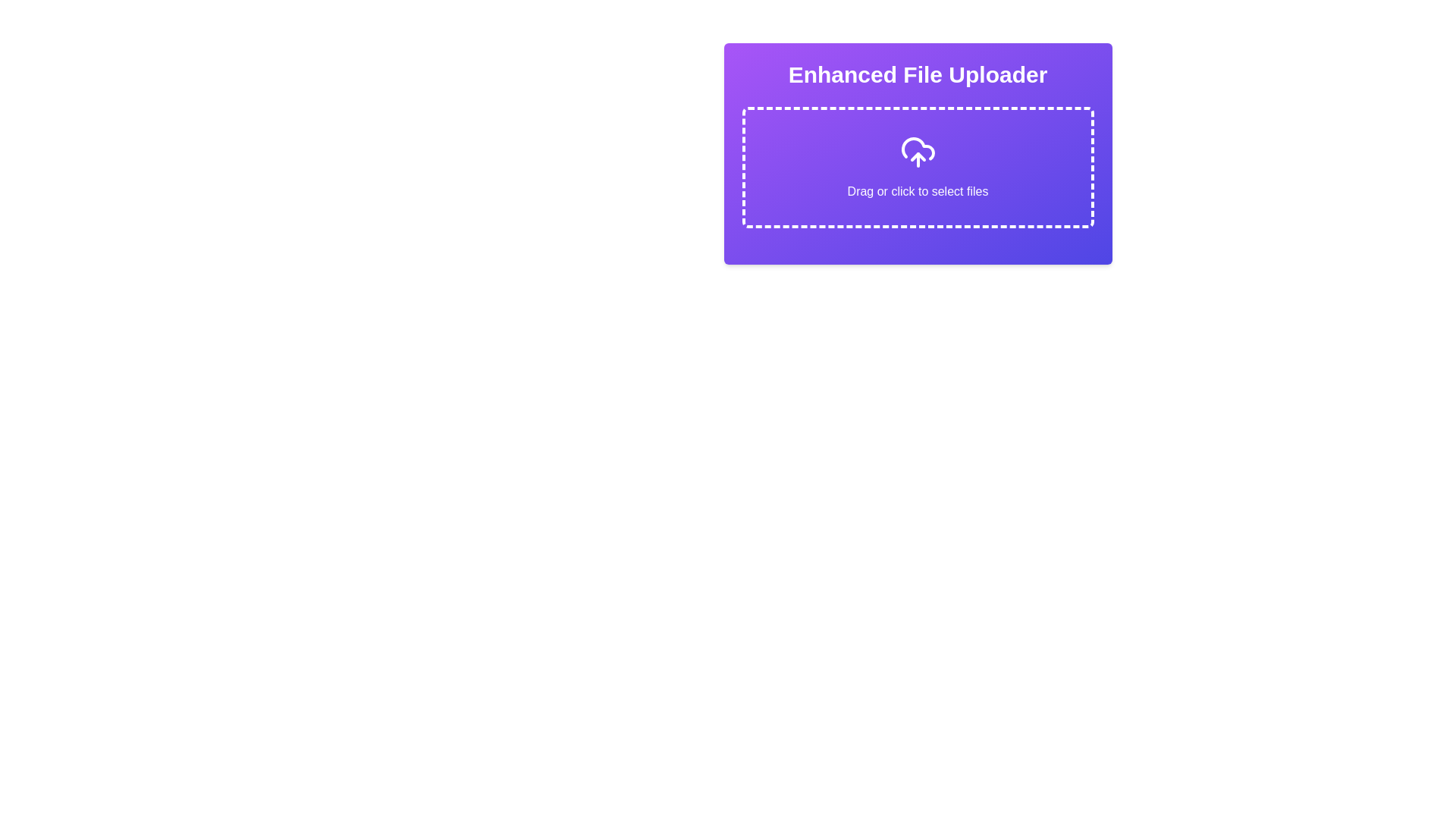 This screenshot has height=819, width=1456. What do you see at coordinates (917, 149) in the screenshot?
I see `the cloud upload icon located at the center of the upload area within the 'Enhanced File Uploader' card` at bounding box center [917, 149].